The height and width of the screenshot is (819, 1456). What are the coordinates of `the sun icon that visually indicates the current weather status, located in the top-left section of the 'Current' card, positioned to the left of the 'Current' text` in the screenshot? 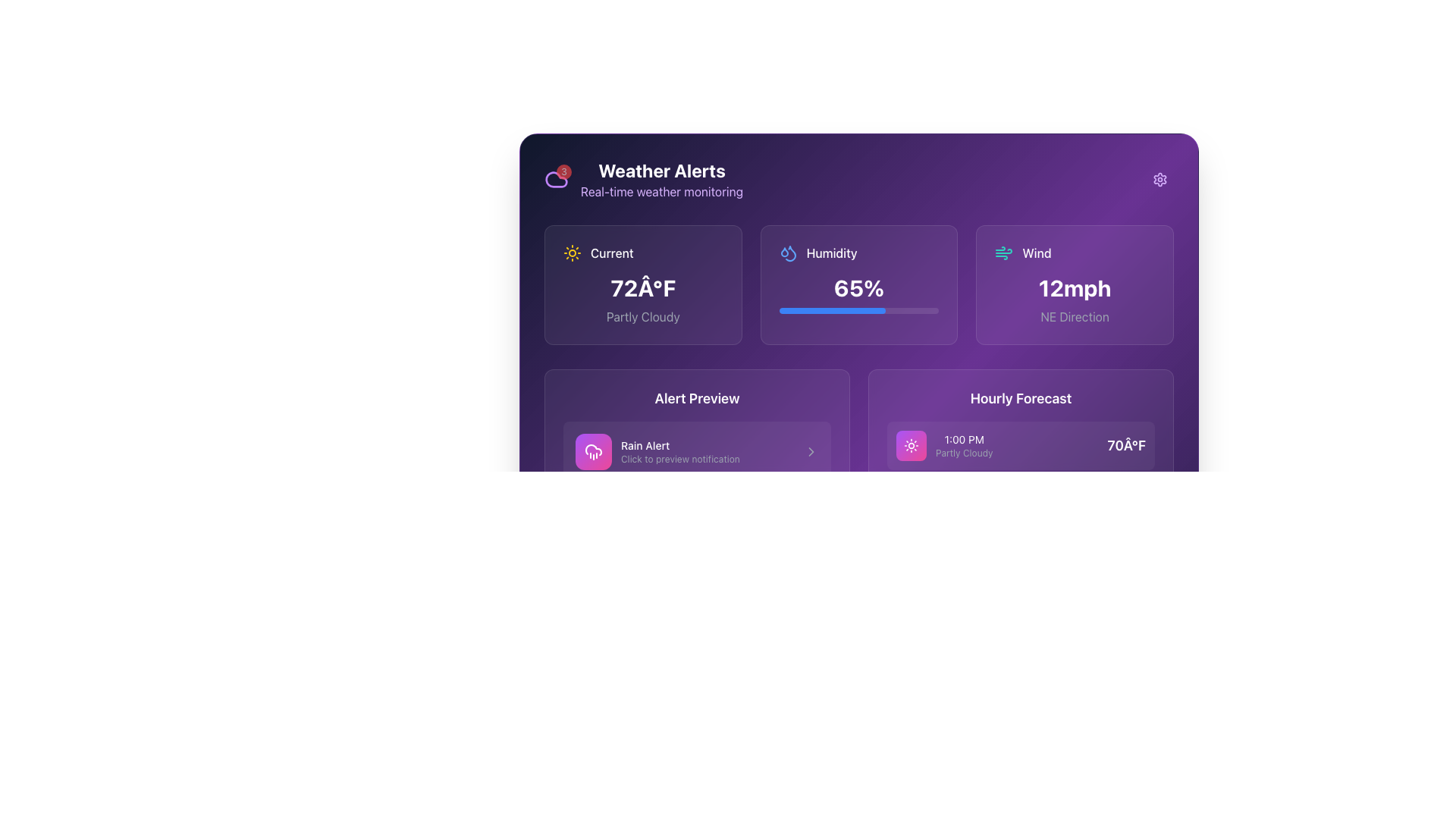 It's located at (571, 253).